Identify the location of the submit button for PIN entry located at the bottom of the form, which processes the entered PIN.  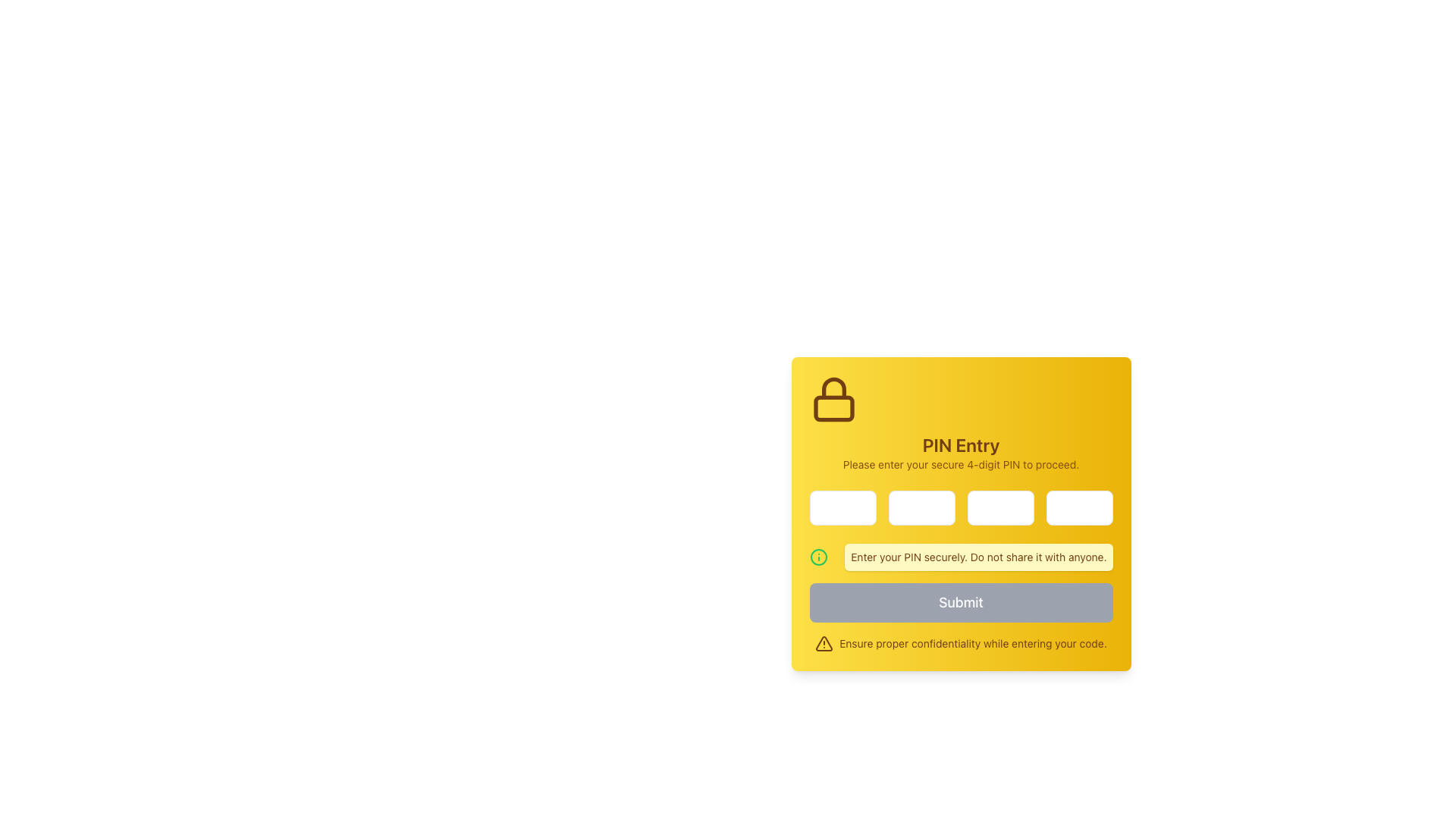
(960, 601).